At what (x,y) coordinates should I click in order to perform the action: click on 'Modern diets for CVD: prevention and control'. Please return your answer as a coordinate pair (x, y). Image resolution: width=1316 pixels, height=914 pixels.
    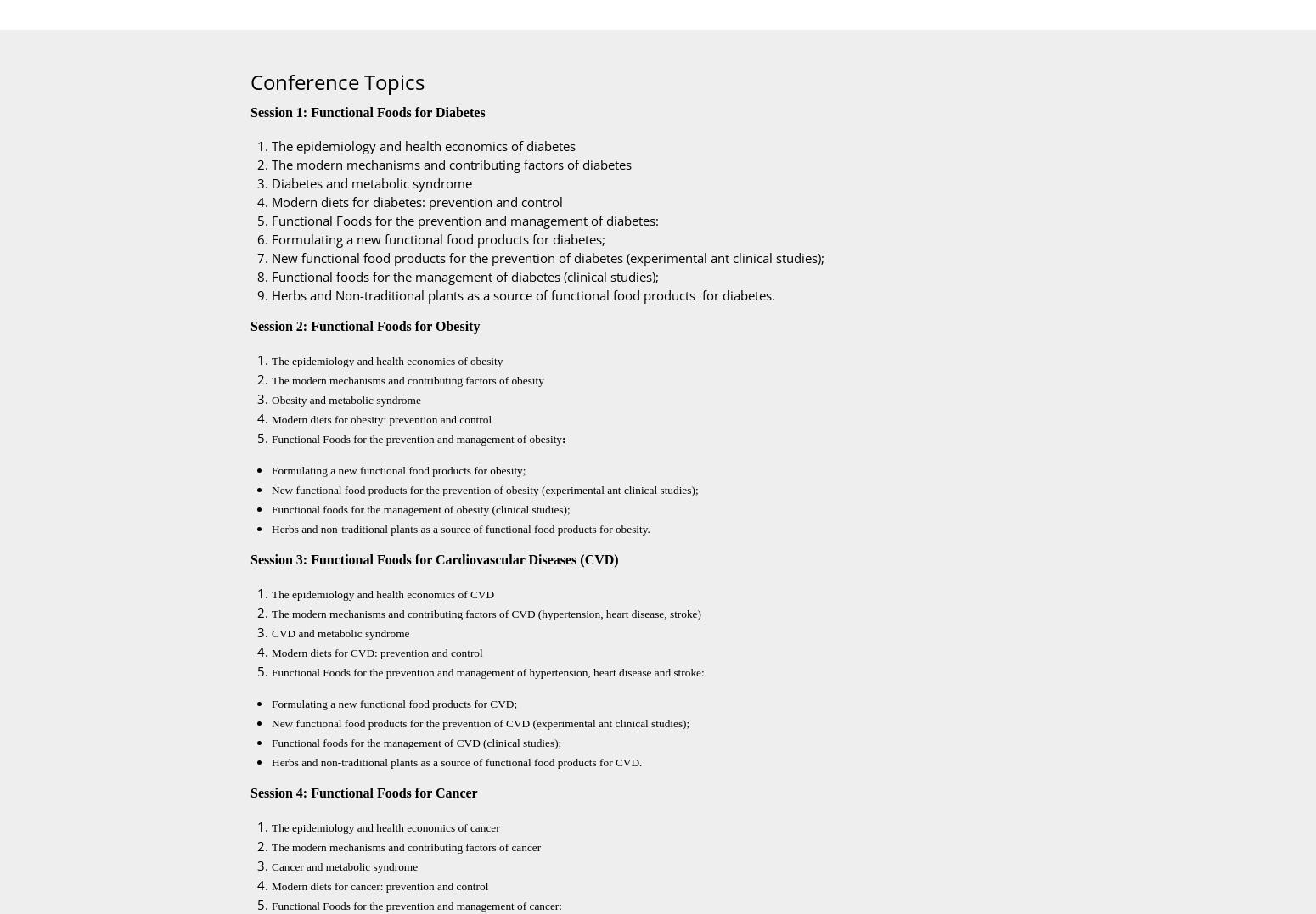
    Looking at the image, I should click on (271, 652).